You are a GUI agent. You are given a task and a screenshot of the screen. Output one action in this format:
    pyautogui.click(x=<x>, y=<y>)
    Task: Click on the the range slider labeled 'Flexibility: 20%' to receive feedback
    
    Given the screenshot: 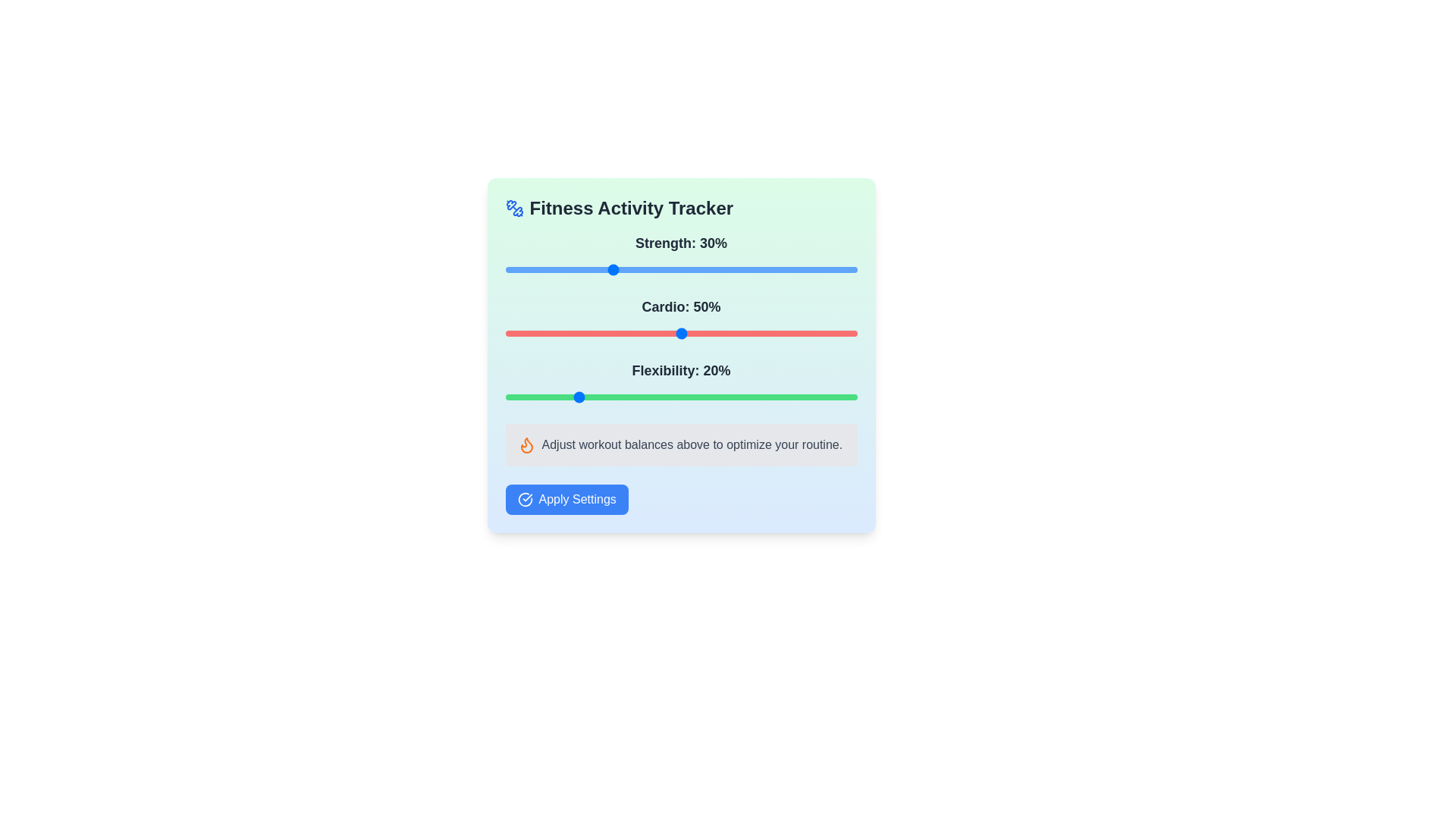 What is the action you would take?
    pyautogui.click(x=680, y=382)
    